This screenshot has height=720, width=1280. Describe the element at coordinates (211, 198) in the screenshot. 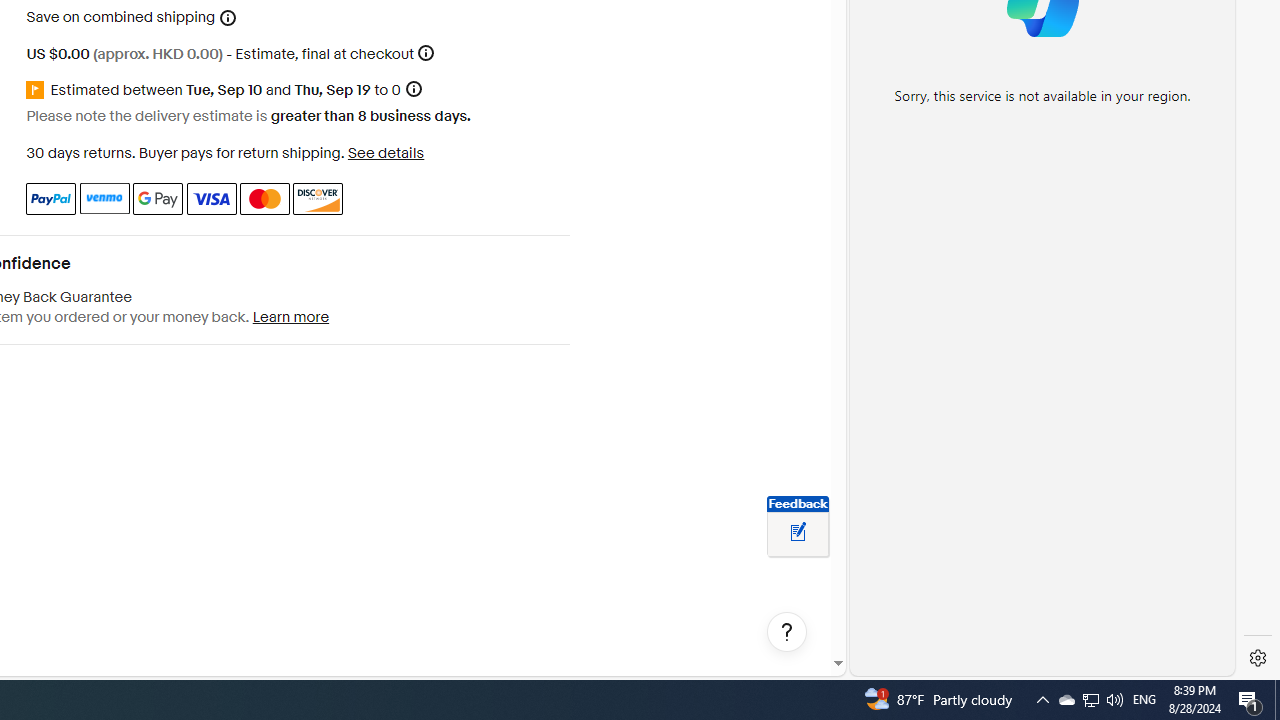

I see `'Visa'` at that location.